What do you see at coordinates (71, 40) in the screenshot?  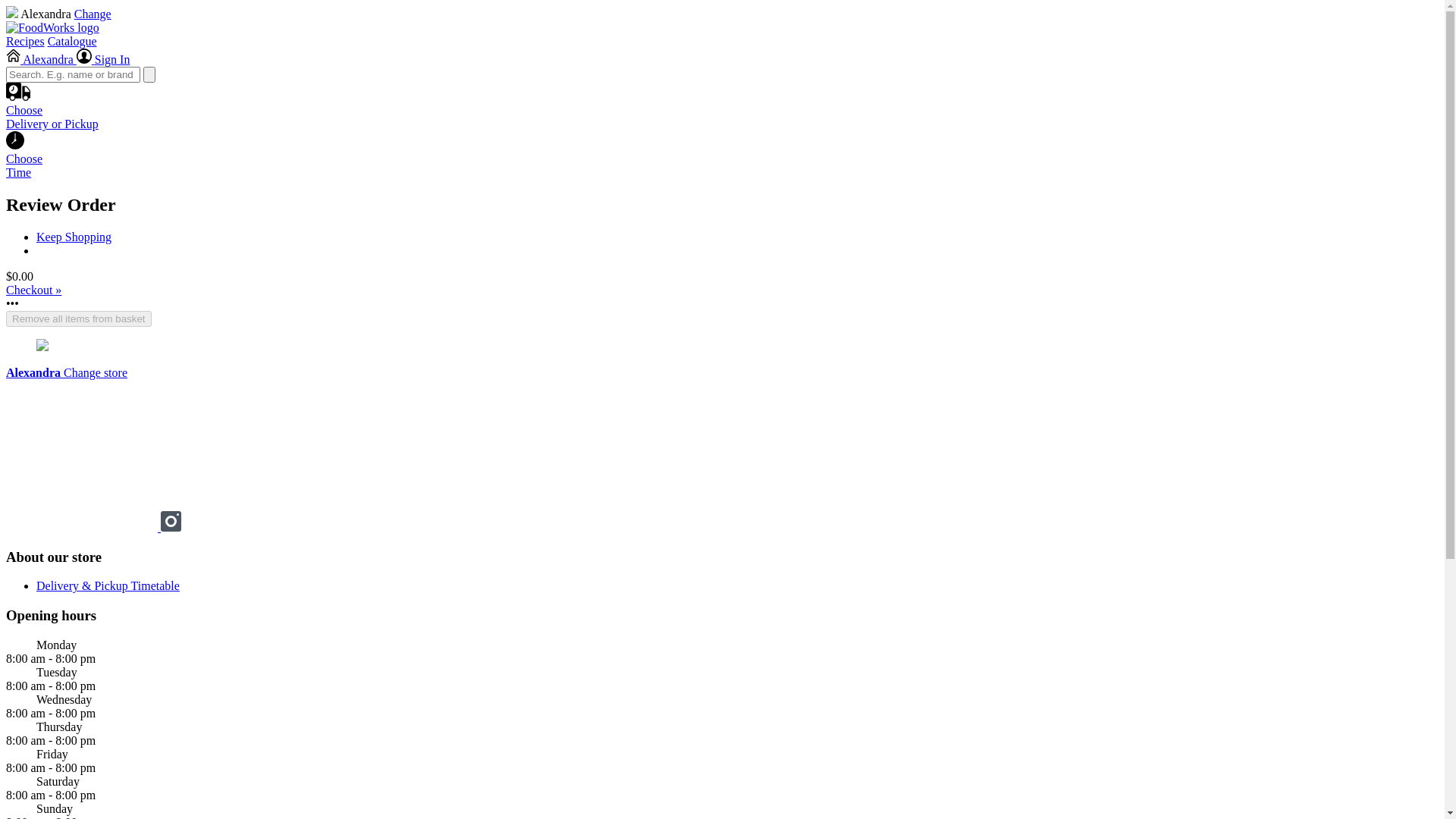 I see `'Catalogue'` at bounding box center [71, 40].